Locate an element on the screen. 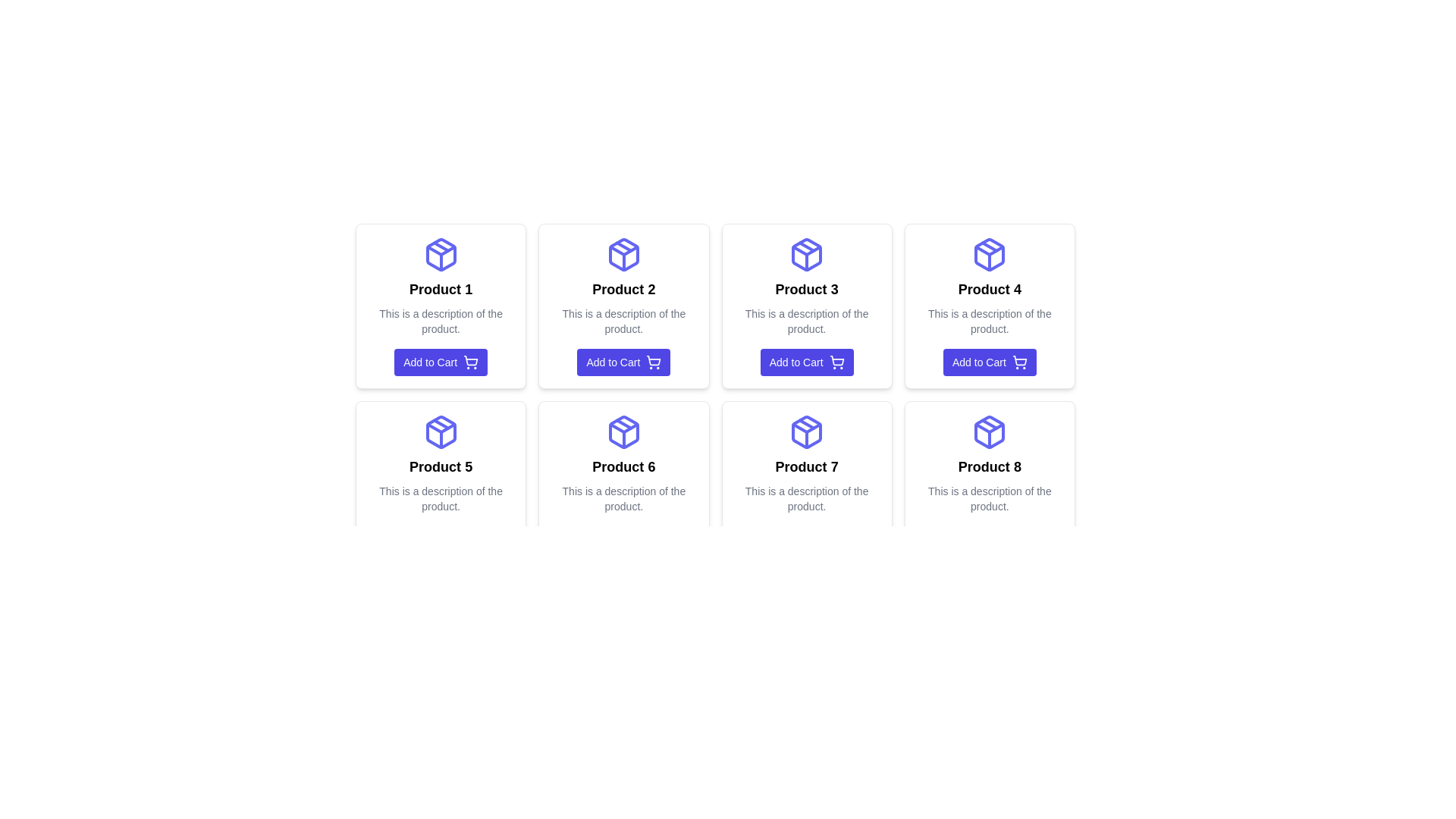  product details from the sixth interactive card in the online store, located in the second row and second column of the grid layout is located at coordinates (623, 483).